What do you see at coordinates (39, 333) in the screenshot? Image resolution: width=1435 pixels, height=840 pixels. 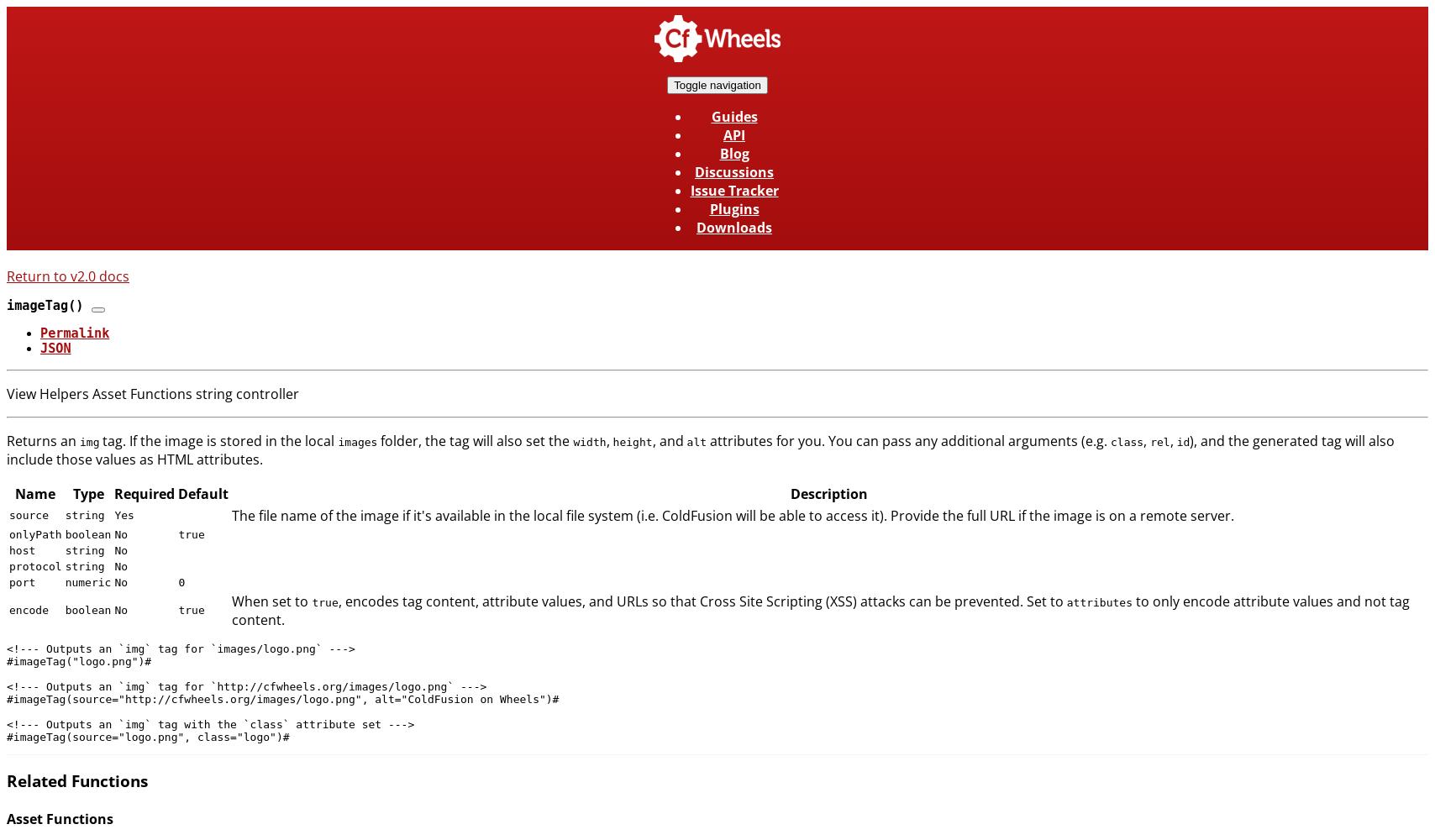 I see `'Permalink'` at bounding box center [39, 333].